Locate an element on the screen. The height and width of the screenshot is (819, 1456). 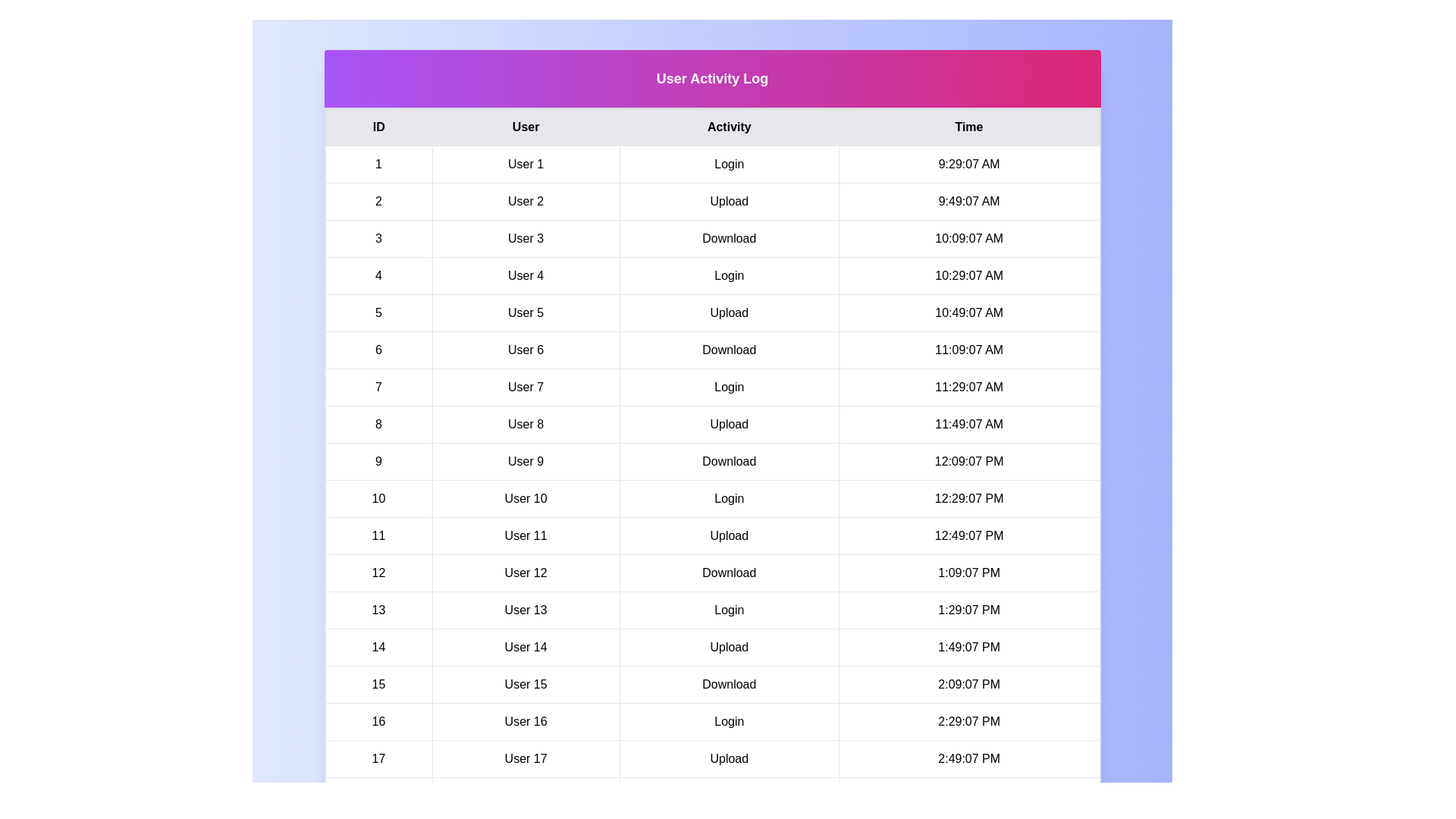
the row corresponding to 15 is located at coordinates (711, 684).